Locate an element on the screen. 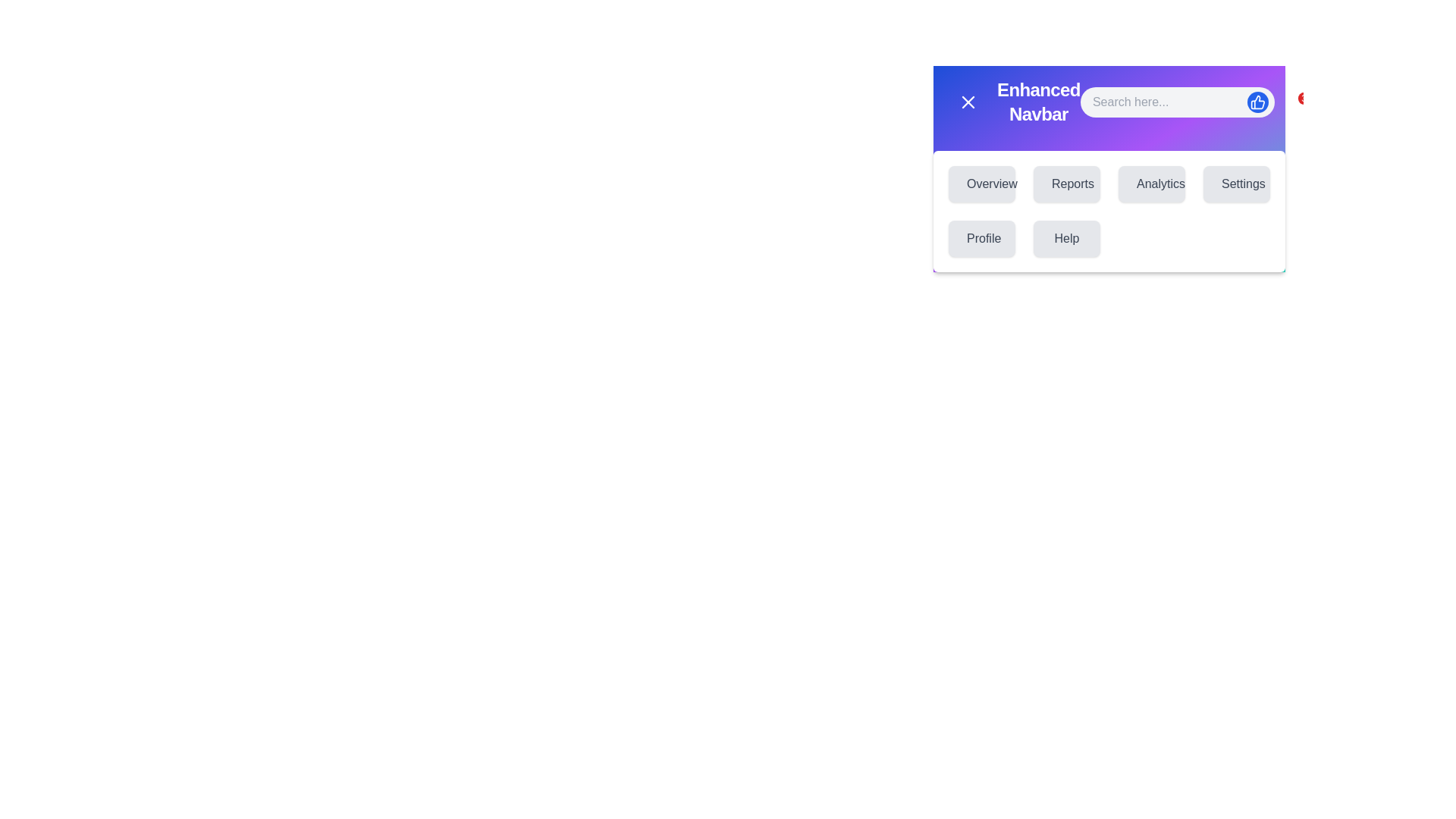  the thumbs-up button is located at coordinates (1257, 102).